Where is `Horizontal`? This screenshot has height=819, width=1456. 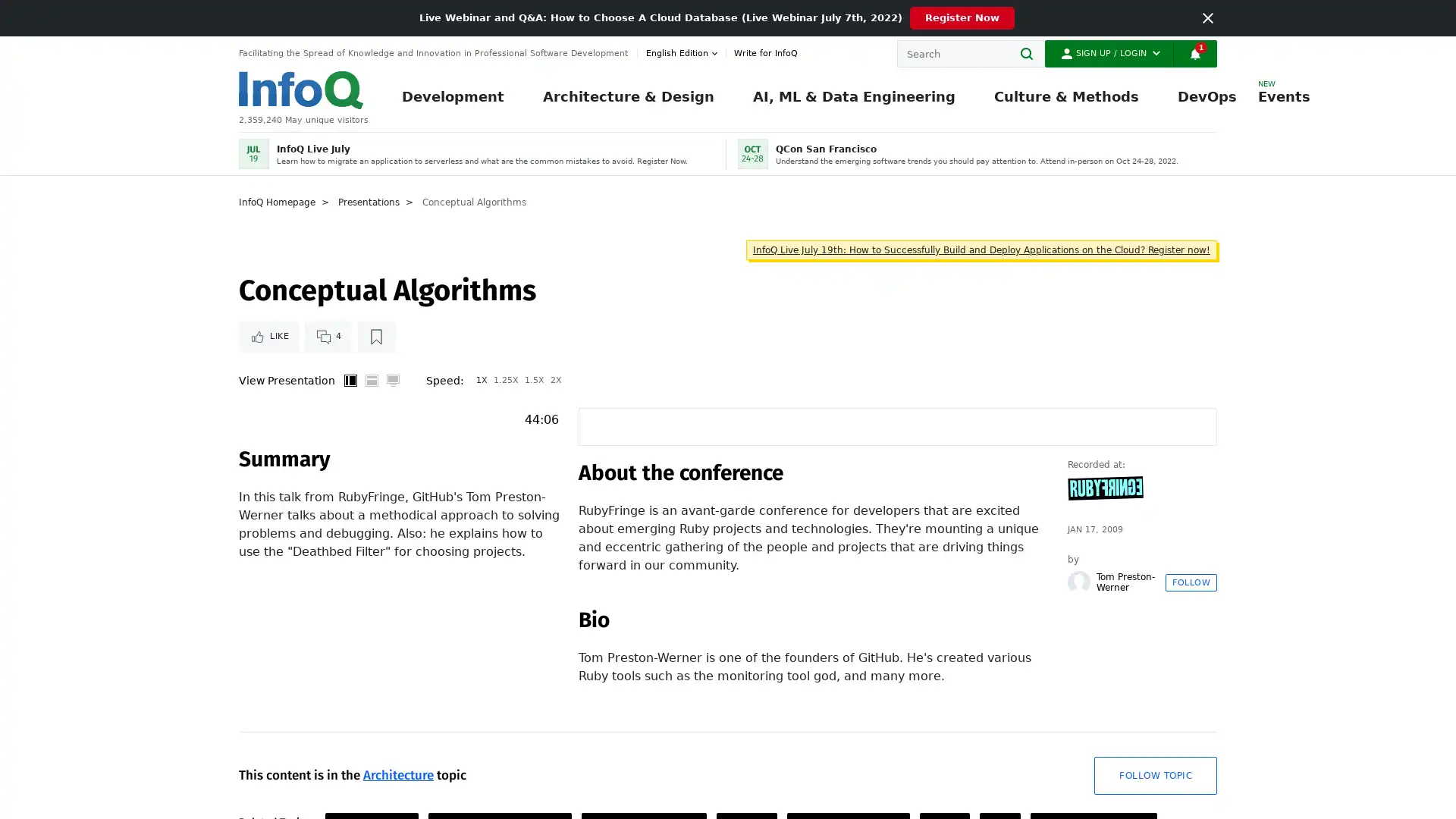 Horizontal is located at coordinates (371, 435).